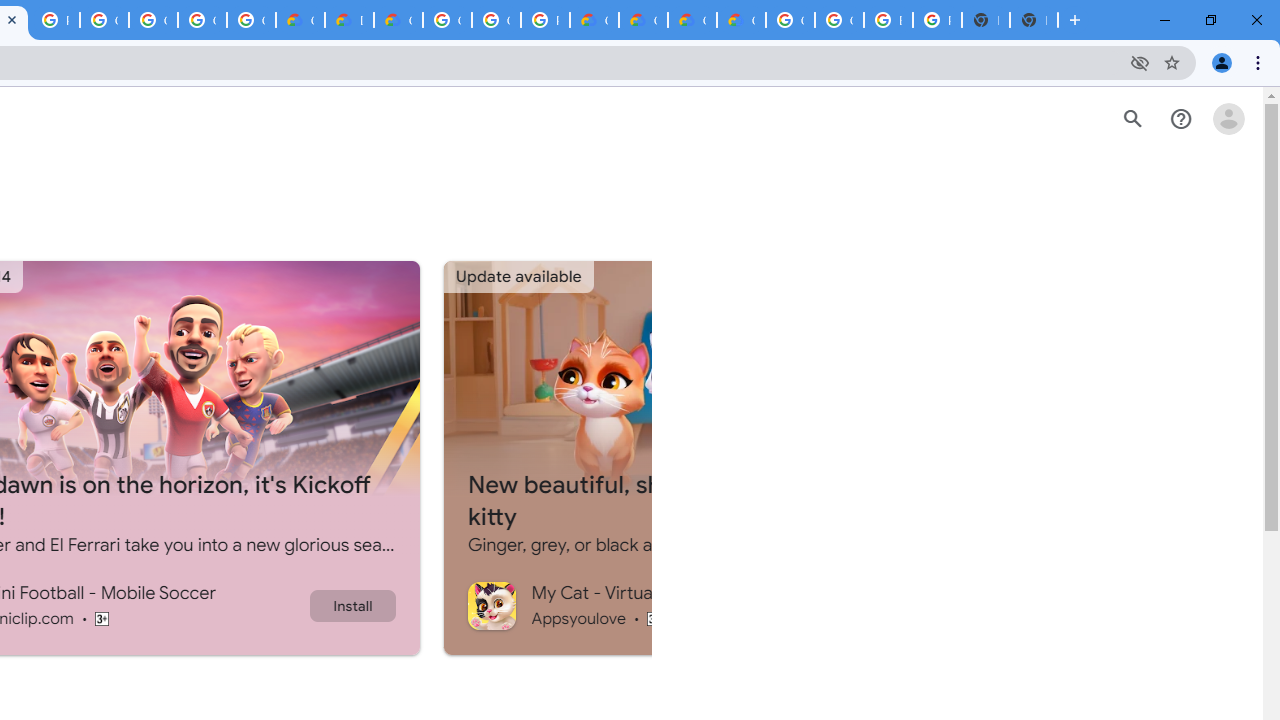 The height and width of the screenshot is (720, 1280). I want to click on 'Google Cloud Pricing Calculator', so click(692, 20).